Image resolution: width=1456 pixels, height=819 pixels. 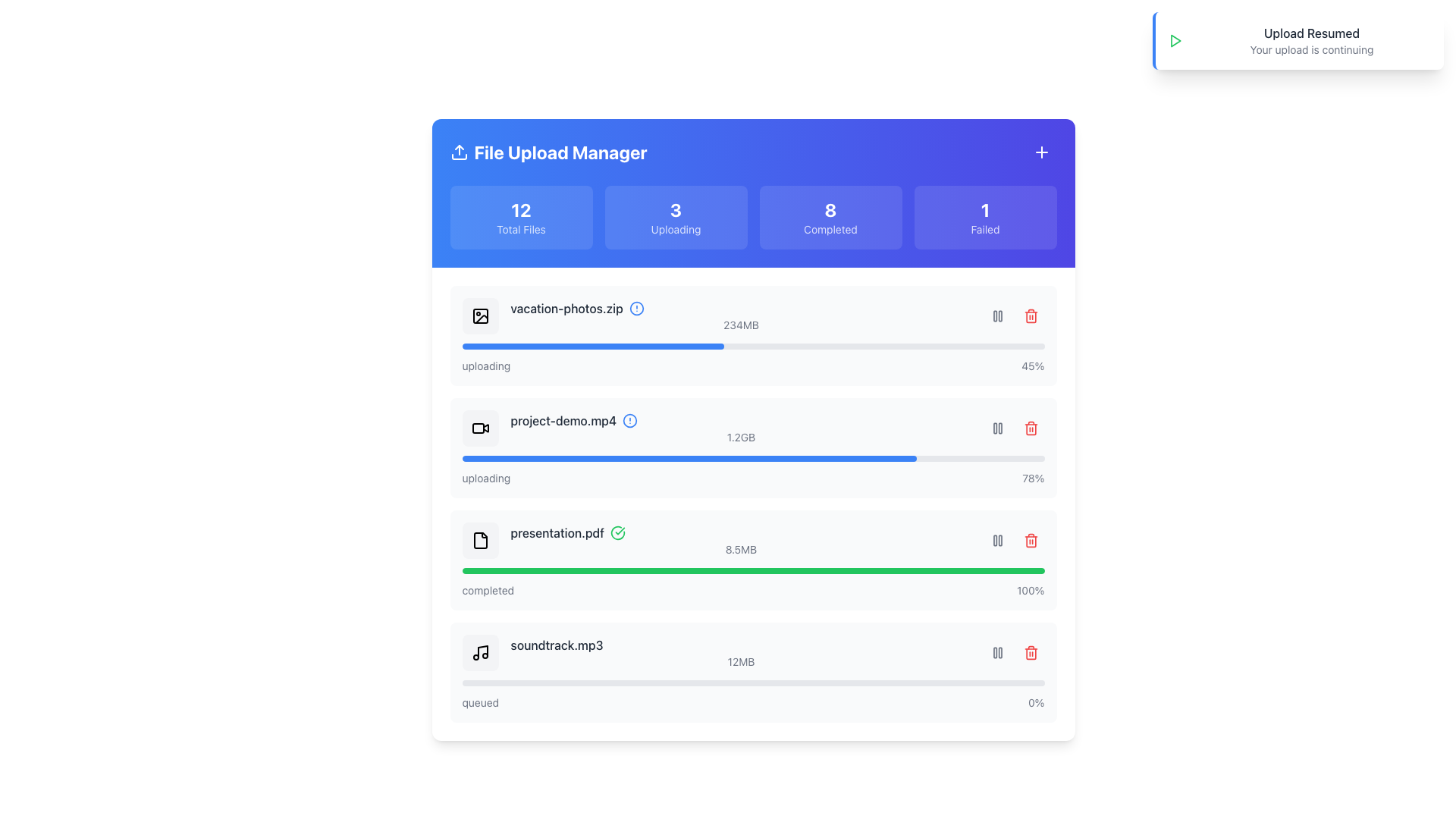 I want to click on the Progress Bar indicating the upload progress of the file 'vacation-photos.zip', so click(x=753, y=346).